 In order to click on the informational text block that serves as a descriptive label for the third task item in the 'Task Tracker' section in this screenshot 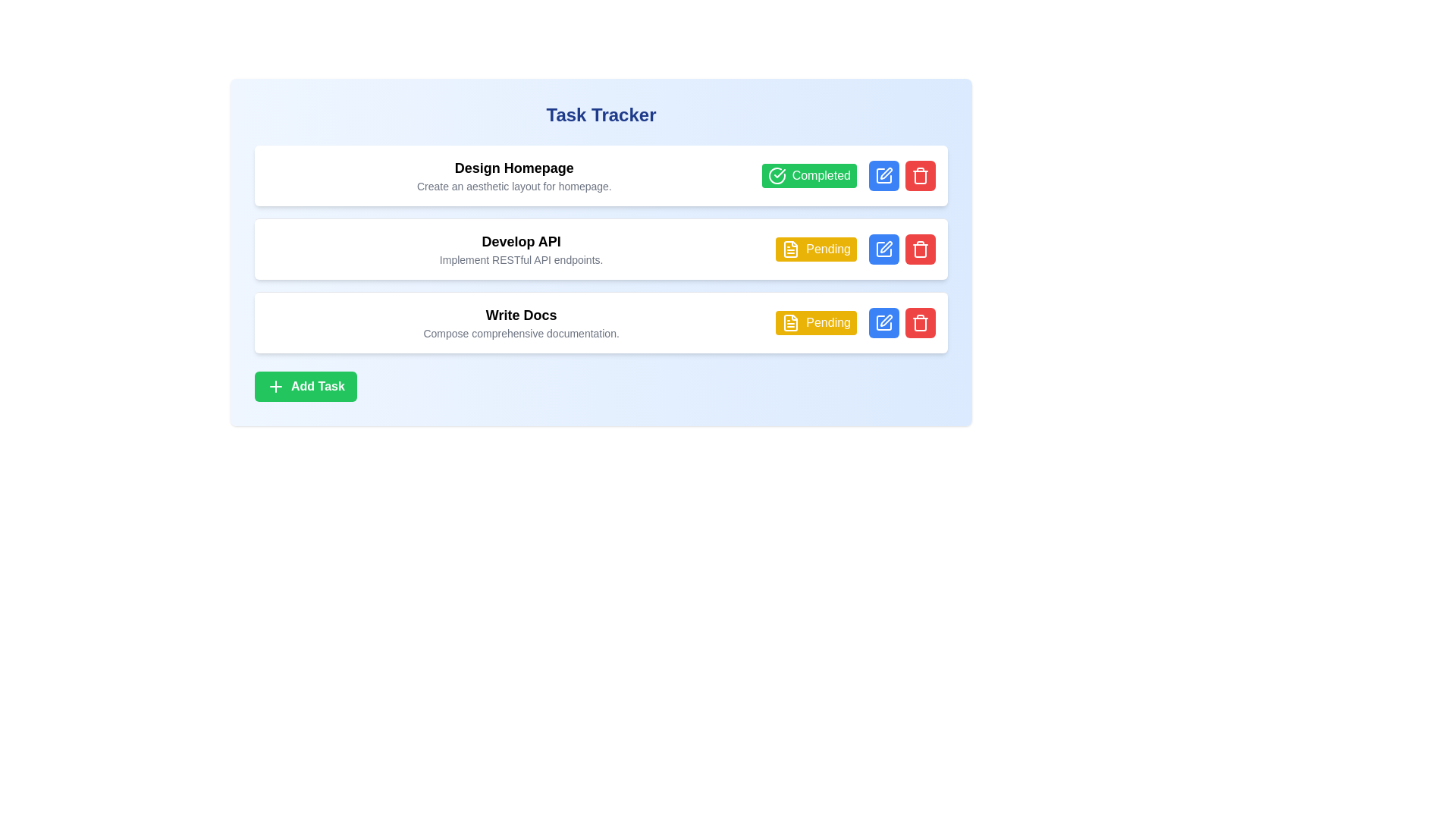, I will do `click(521, 322)`.